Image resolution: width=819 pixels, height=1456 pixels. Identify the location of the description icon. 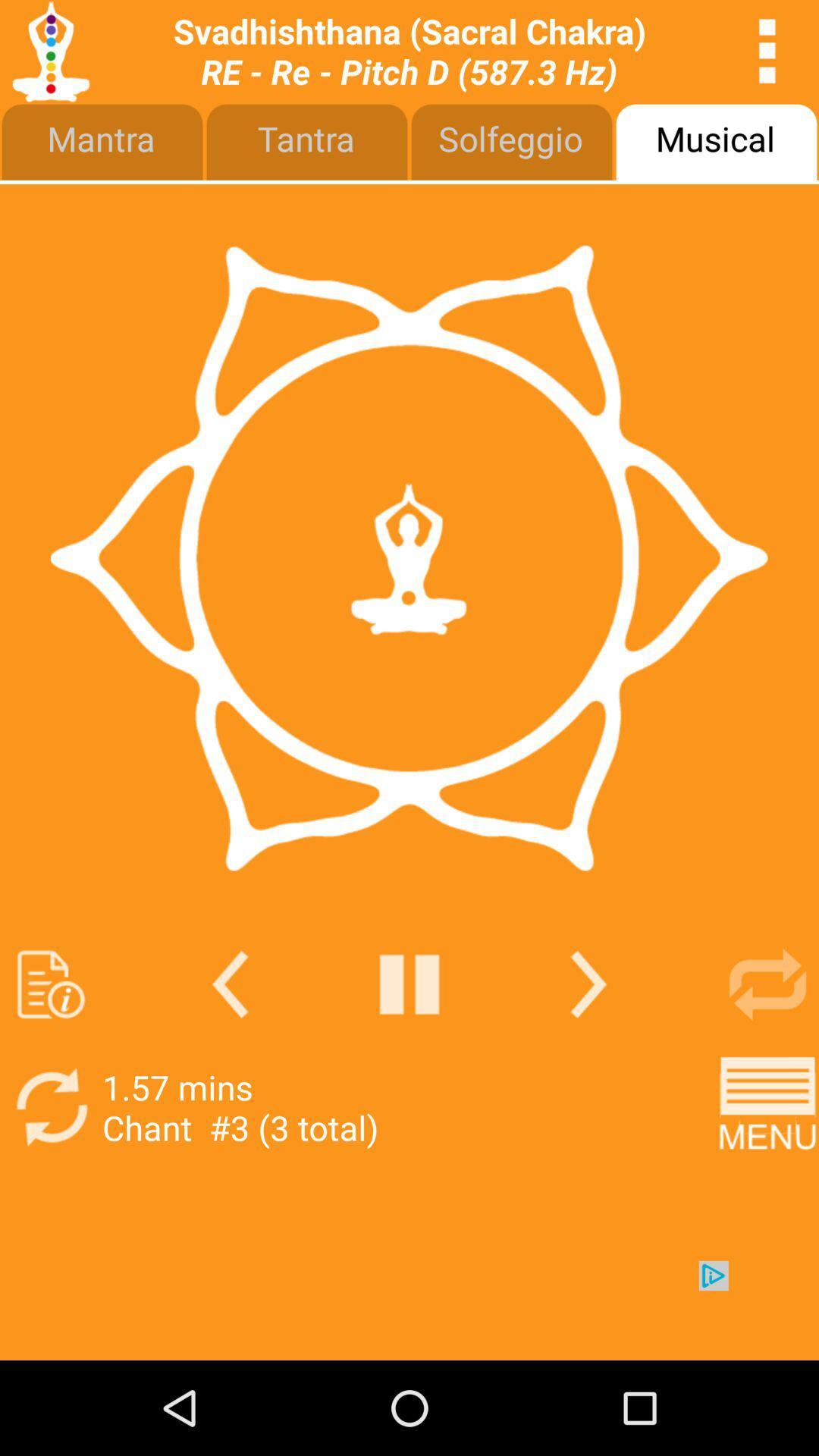
(50, 1053).